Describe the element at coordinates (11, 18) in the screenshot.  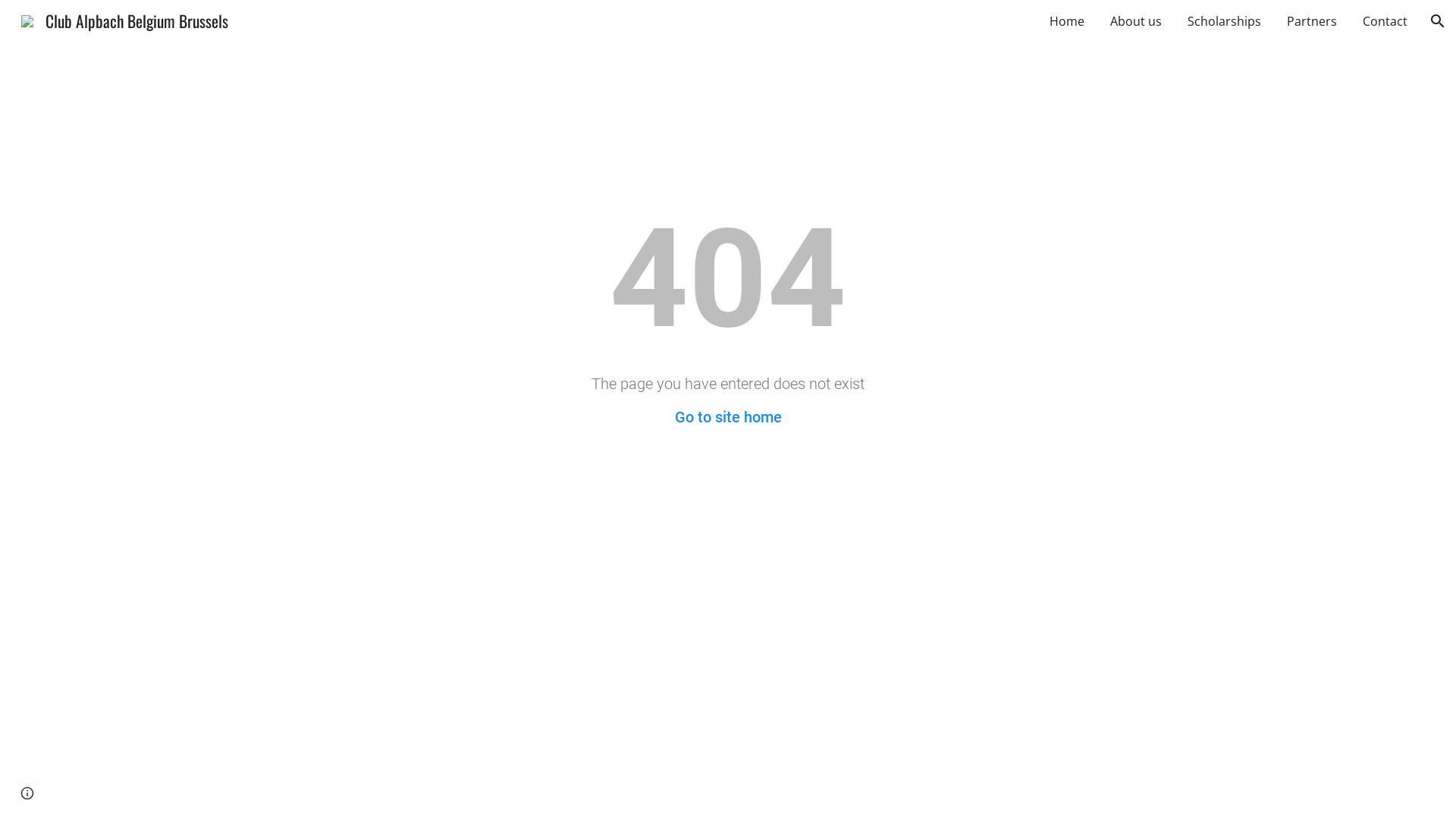
I see `'Club Alpbach Belgium Brussels'` at that location.